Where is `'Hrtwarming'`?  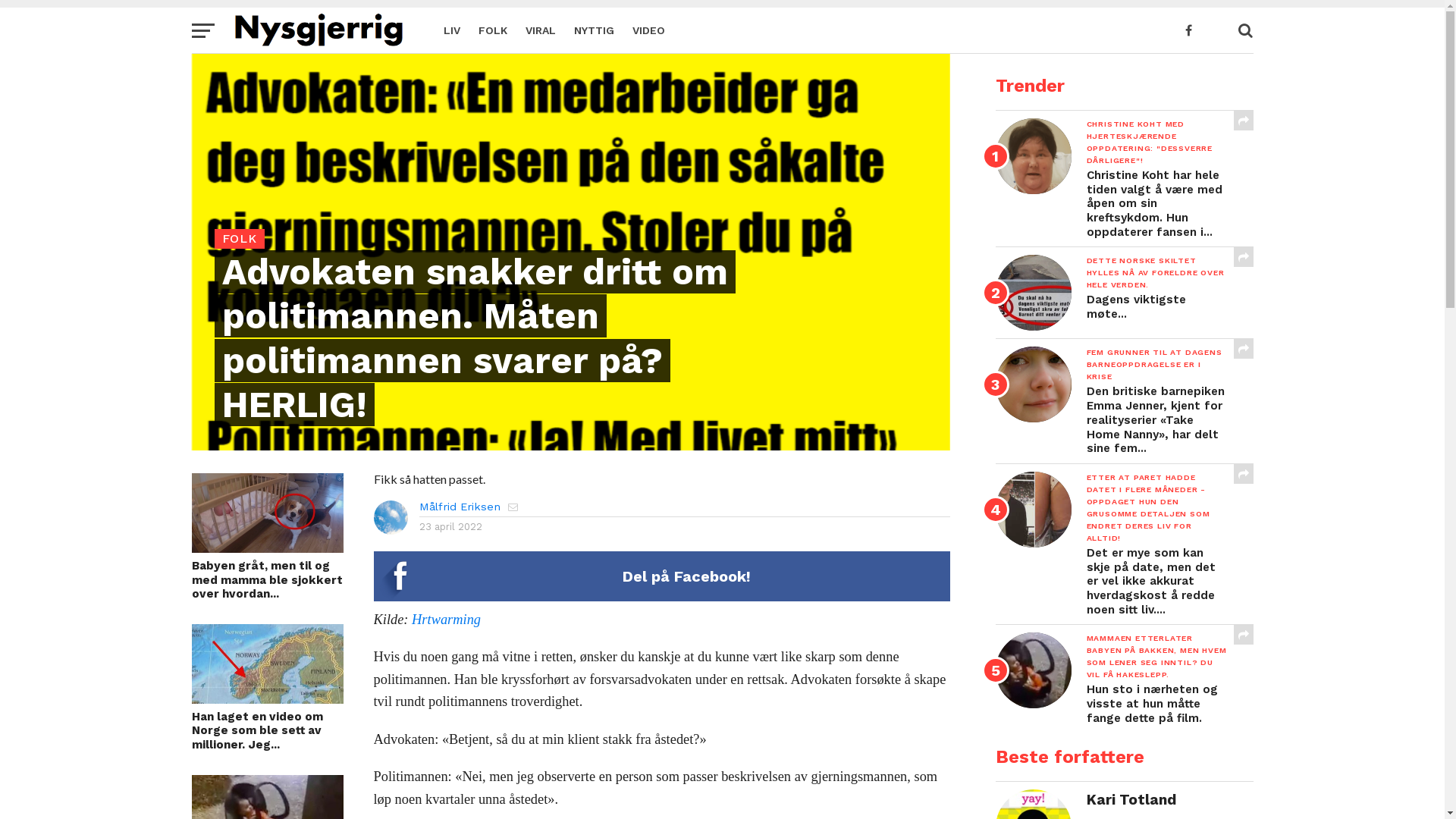 'Hrtwarming' is located at coordinates (411, 620).